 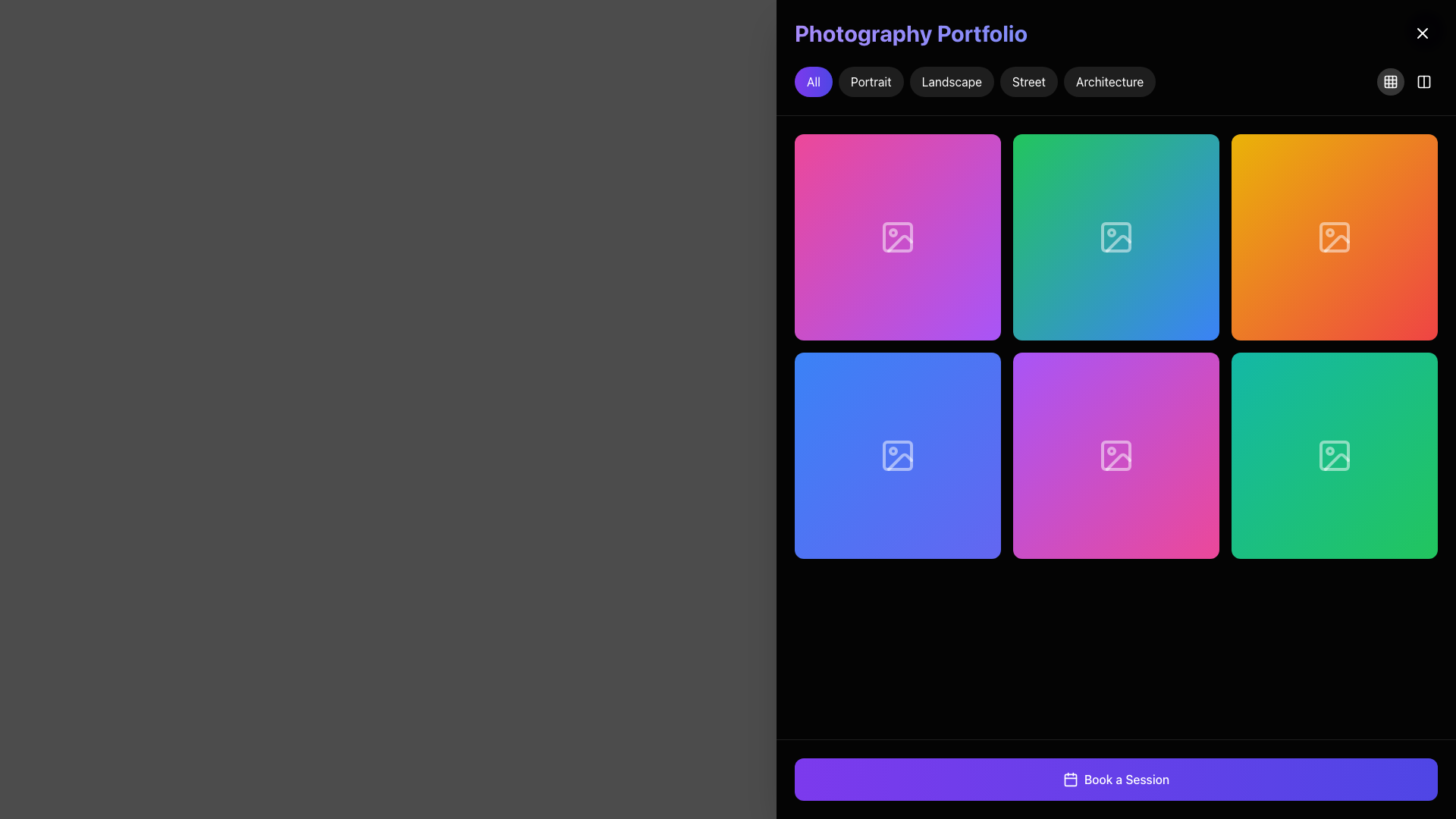 I want to click on the icon representing an image with a magenta gradient background, featuring mountains and a circular sun or moon in the rightmost column of a 3x2 grid layout, so click(x=1116, y=455).